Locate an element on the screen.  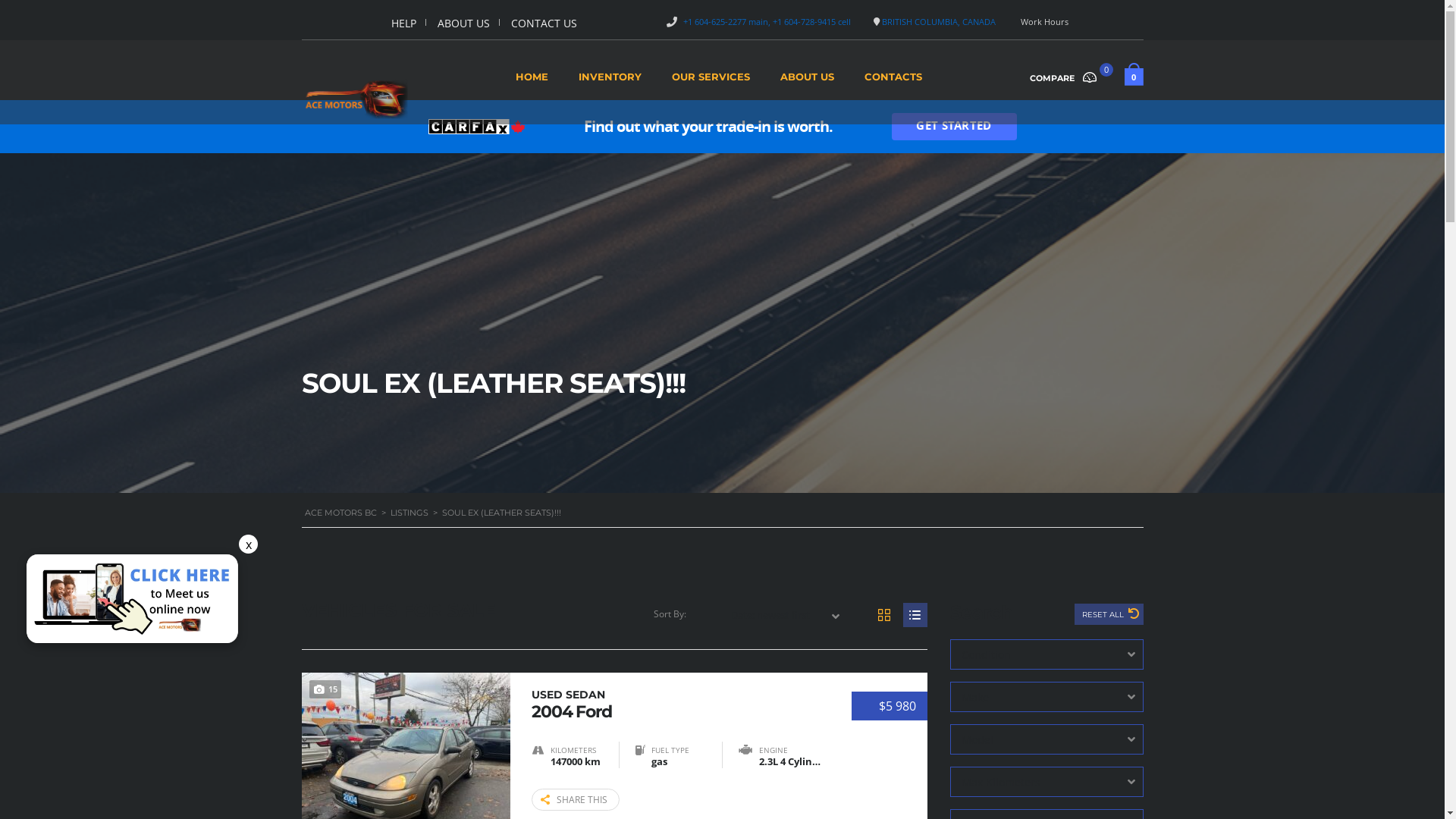
'CONTACTS' is located at coordinates (893, 81).